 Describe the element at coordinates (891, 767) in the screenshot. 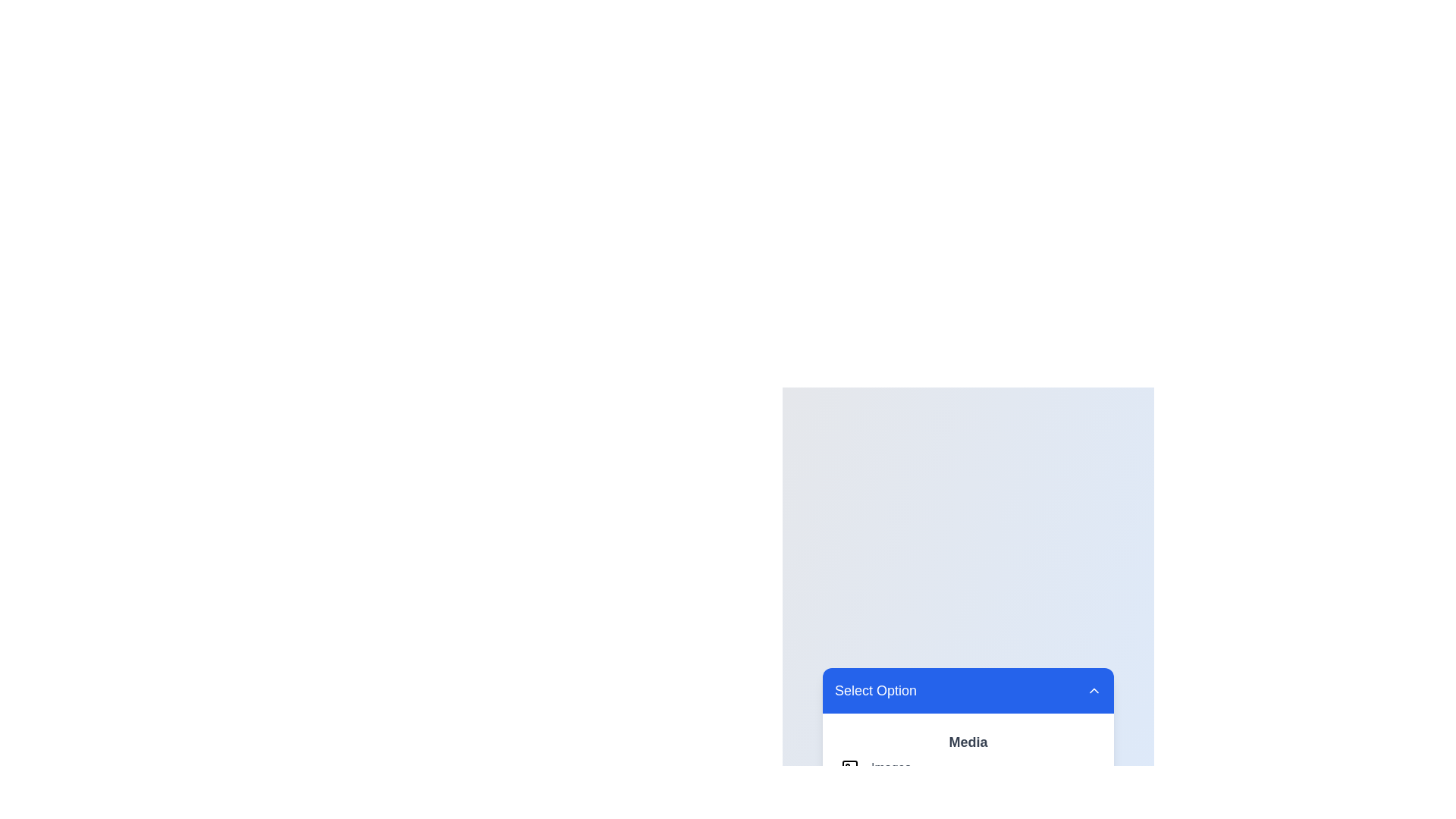

I see `the text label displaying 'Images' in gray color, located next to an image icon, to check for tooltip visibility` at that location.